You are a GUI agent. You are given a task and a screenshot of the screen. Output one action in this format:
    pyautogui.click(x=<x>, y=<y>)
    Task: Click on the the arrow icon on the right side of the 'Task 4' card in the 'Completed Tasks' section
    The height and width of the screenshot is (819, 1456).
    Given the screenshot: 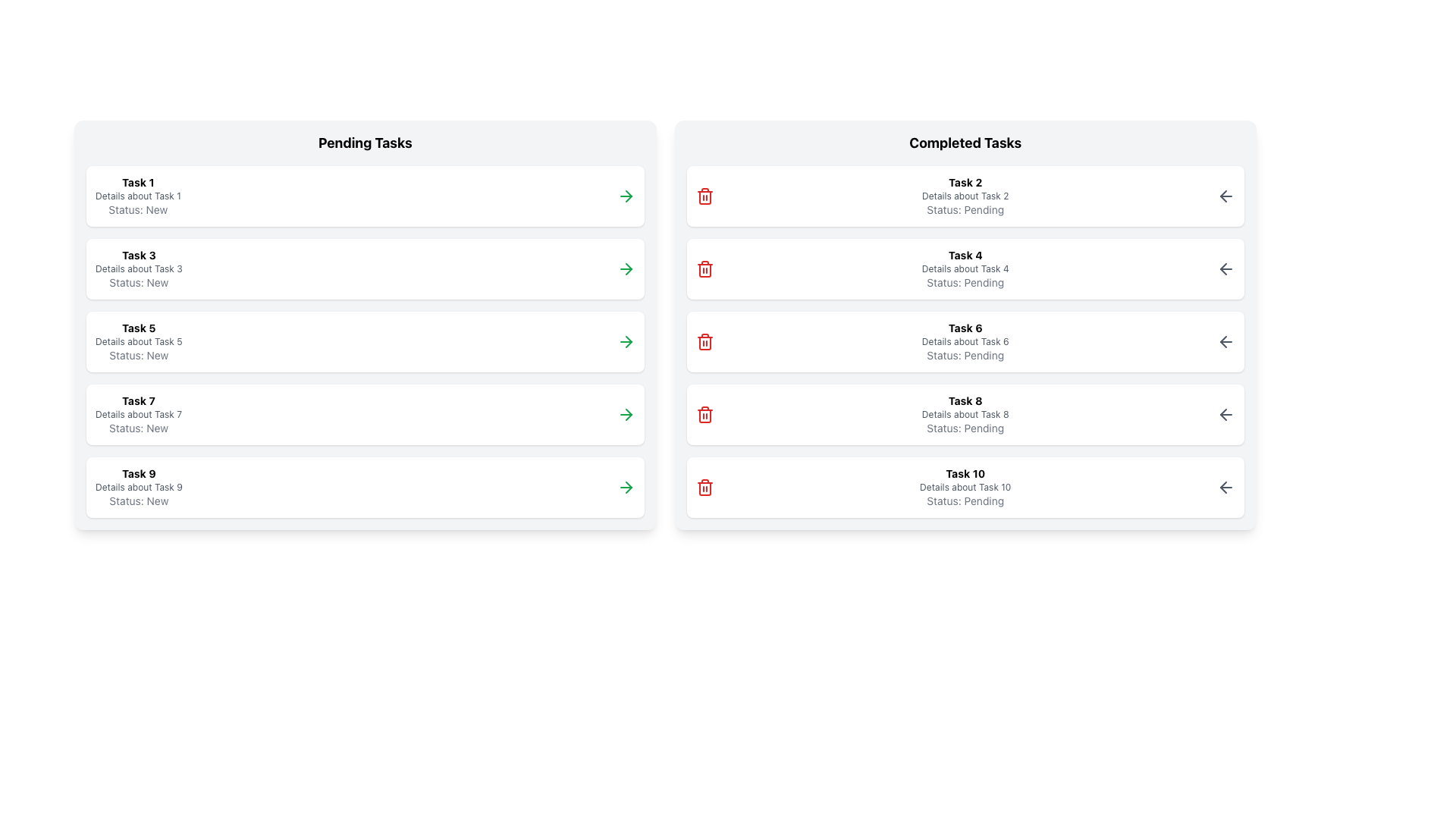 What is the action you would take?
    pyautogui.click(x=1226, y=268)
    